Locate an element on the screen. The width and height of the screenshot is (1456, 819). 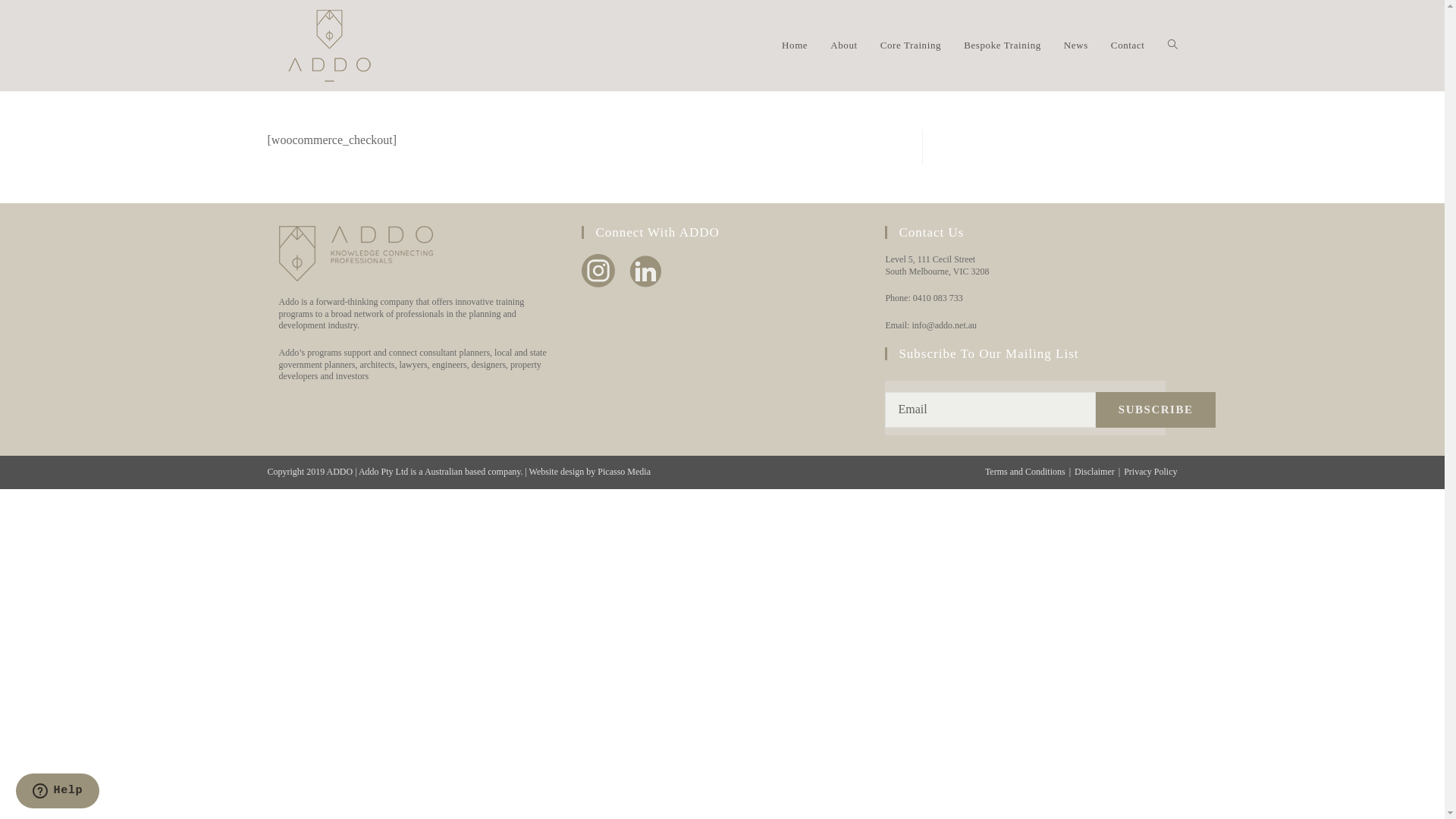
'About' is located at coordinates (843, 45).